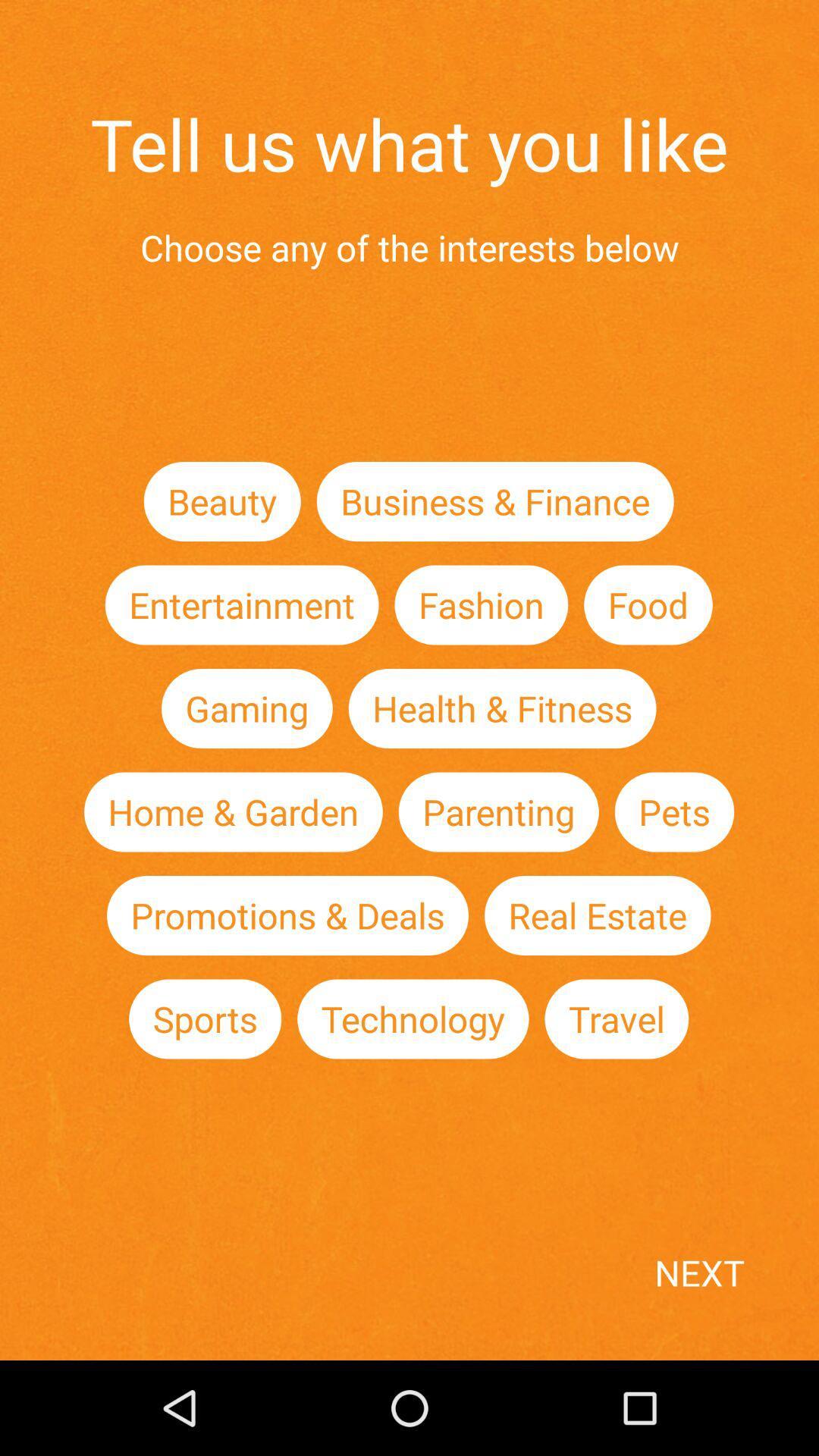  What do you see at coordinates (617, 1019) in the screenshot?
I see `item next to technology icon` at bounding box center [617, 1019].